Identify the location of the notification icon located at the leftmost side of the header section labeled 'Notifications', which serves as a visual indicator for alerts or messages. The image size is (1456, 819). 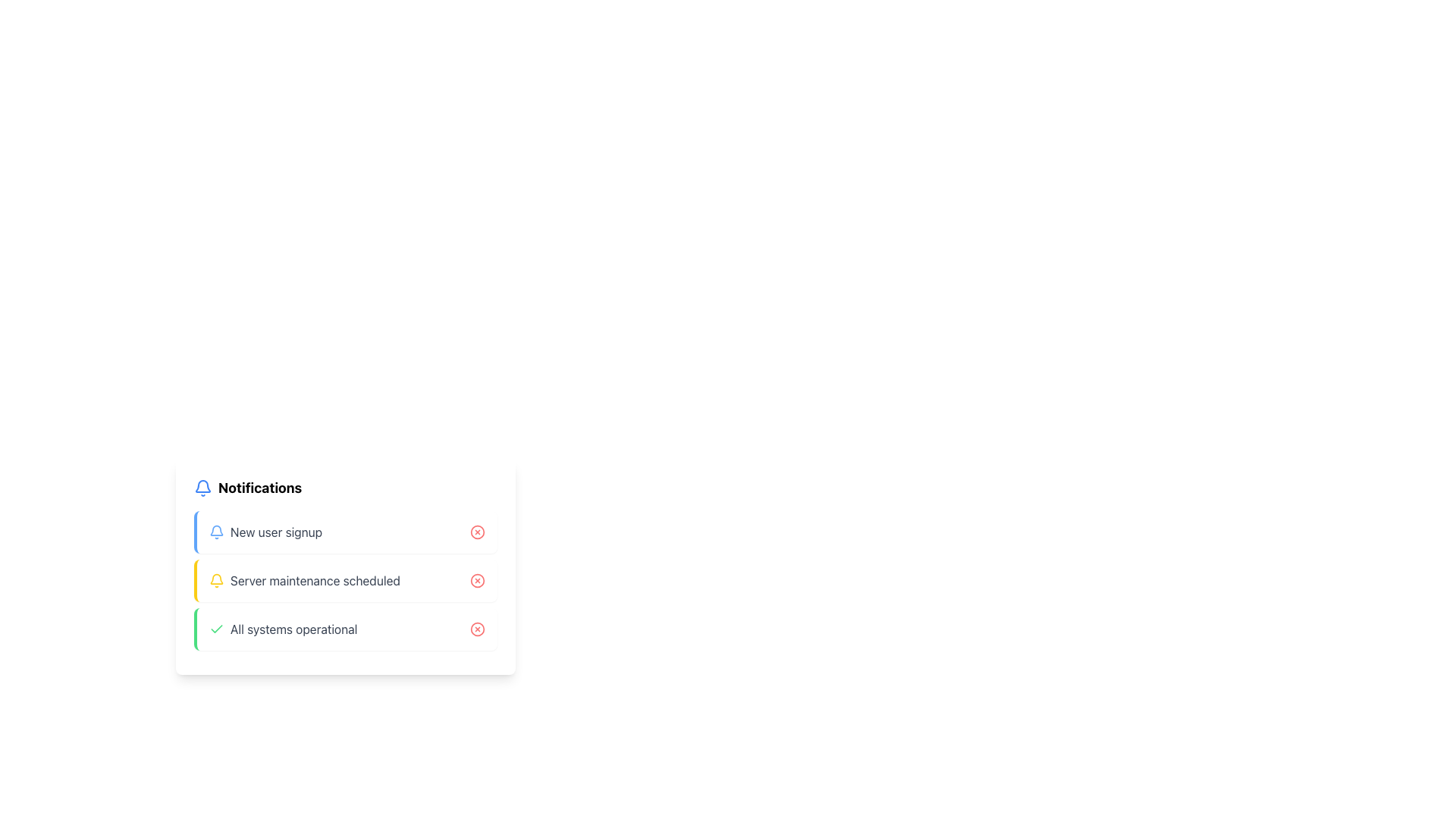
(202, 488).